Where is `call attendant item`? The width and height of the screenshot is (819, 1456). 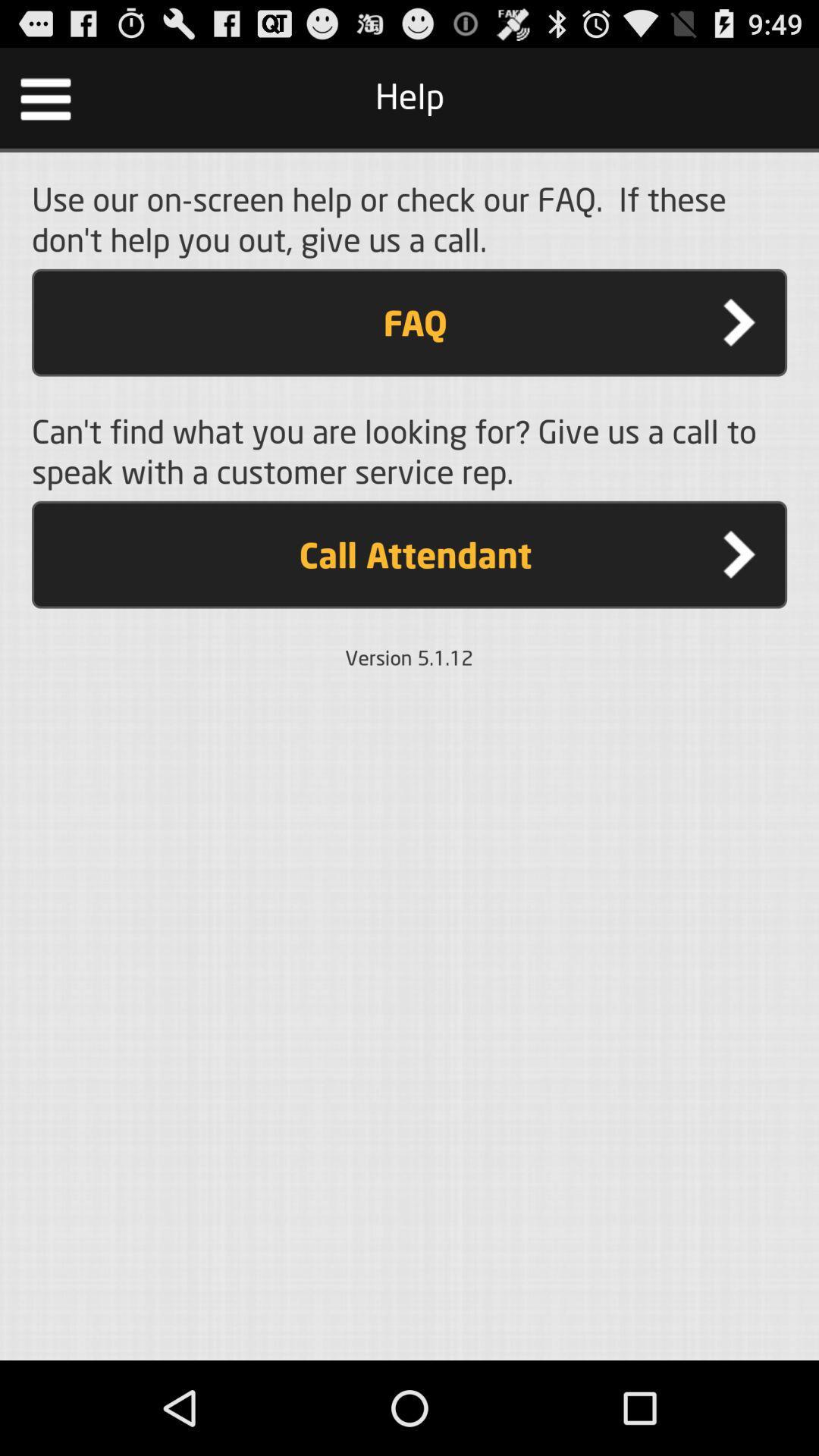 call attendant item is located at coordinates (409, 554).